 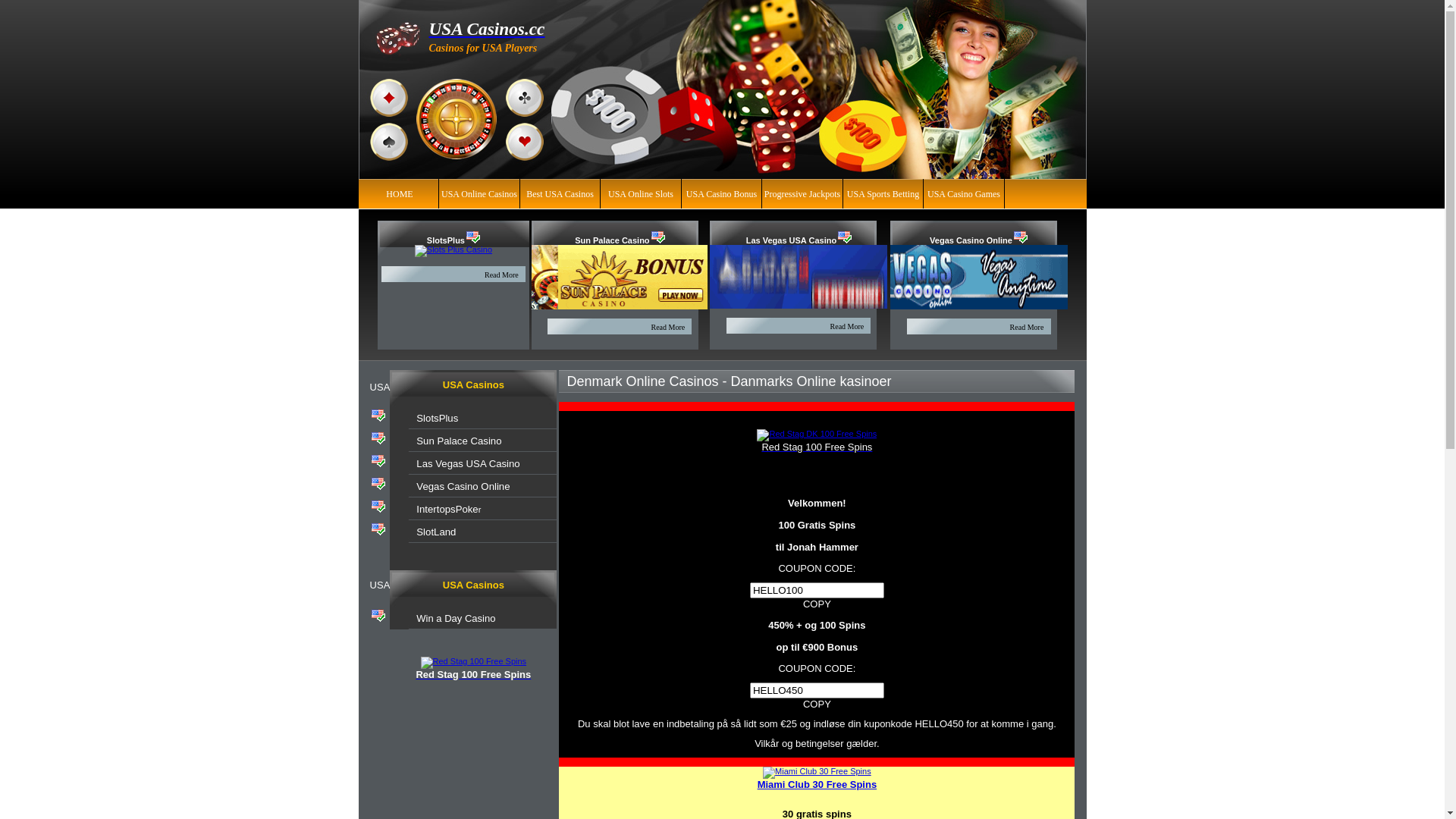 I want to click on 'Read More', so click(x=501, y=274).